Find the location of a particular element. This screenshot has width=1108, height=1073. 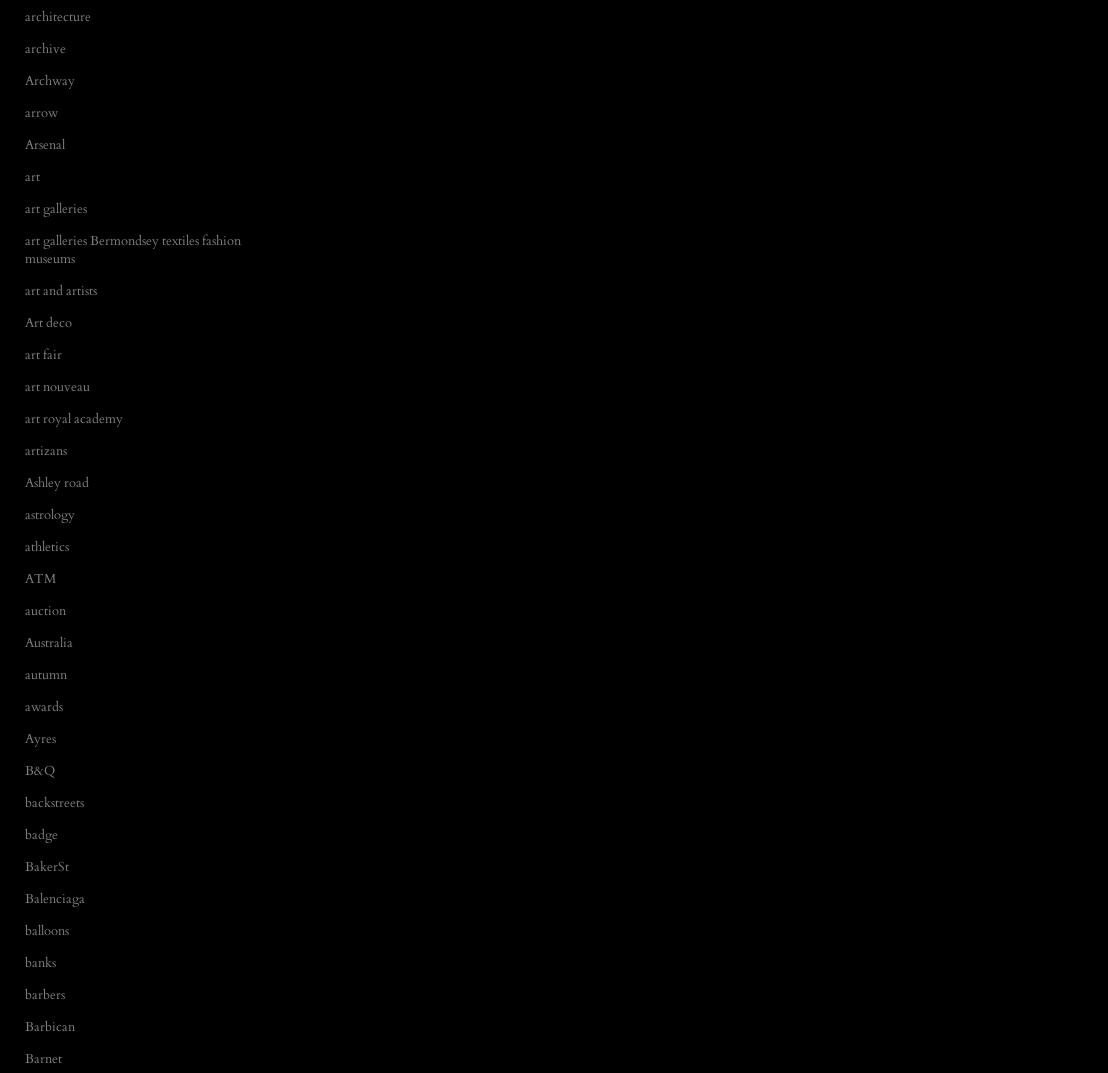

'Ashley road' is located at coordinates (55, 480).